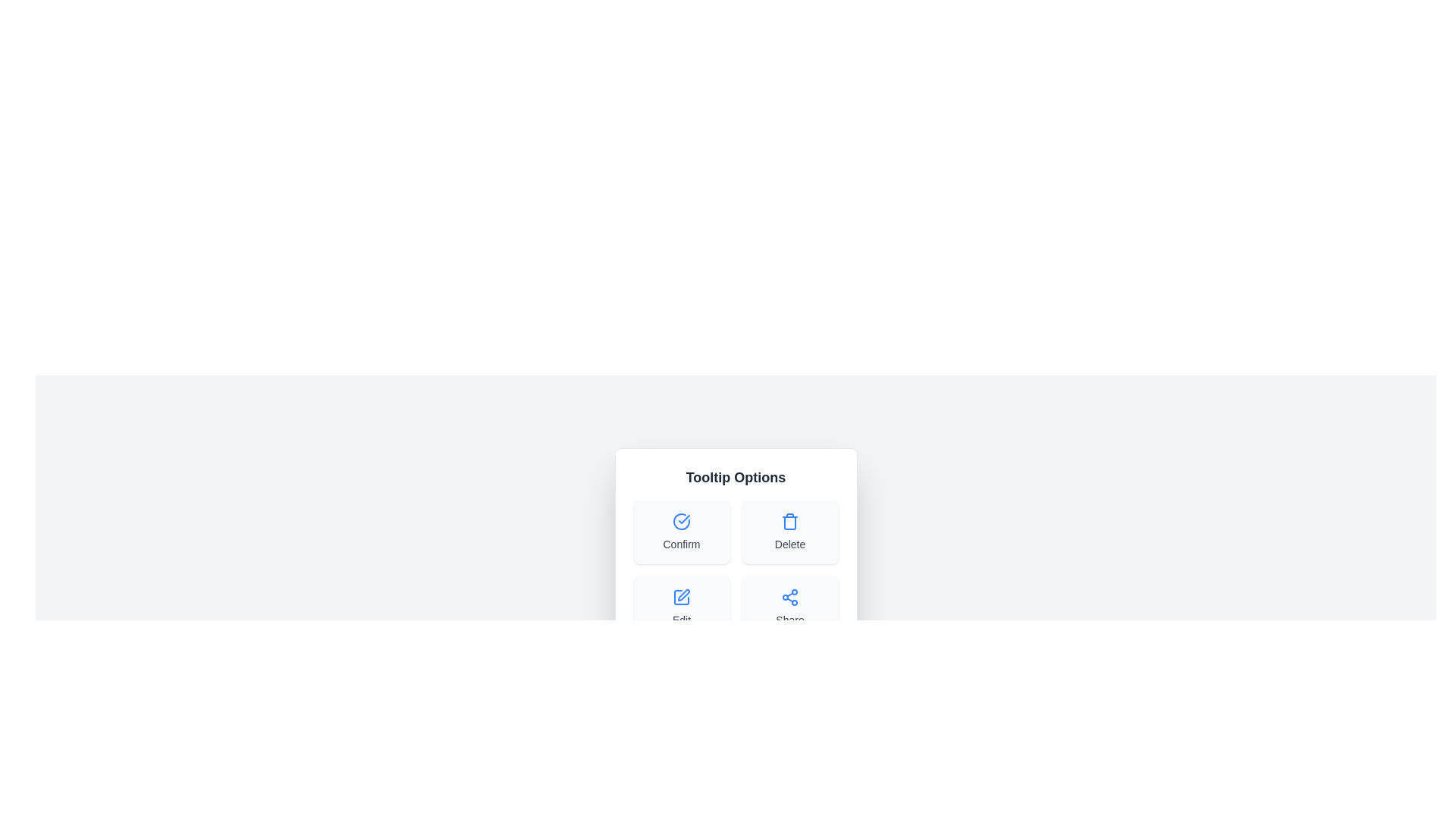  Describe the element at coordinates (680, 607) in the screenshot. I see `the edit button, which is the third card in a grid layout of four options, located at the bottom left, to initiate the edit action` at that location.